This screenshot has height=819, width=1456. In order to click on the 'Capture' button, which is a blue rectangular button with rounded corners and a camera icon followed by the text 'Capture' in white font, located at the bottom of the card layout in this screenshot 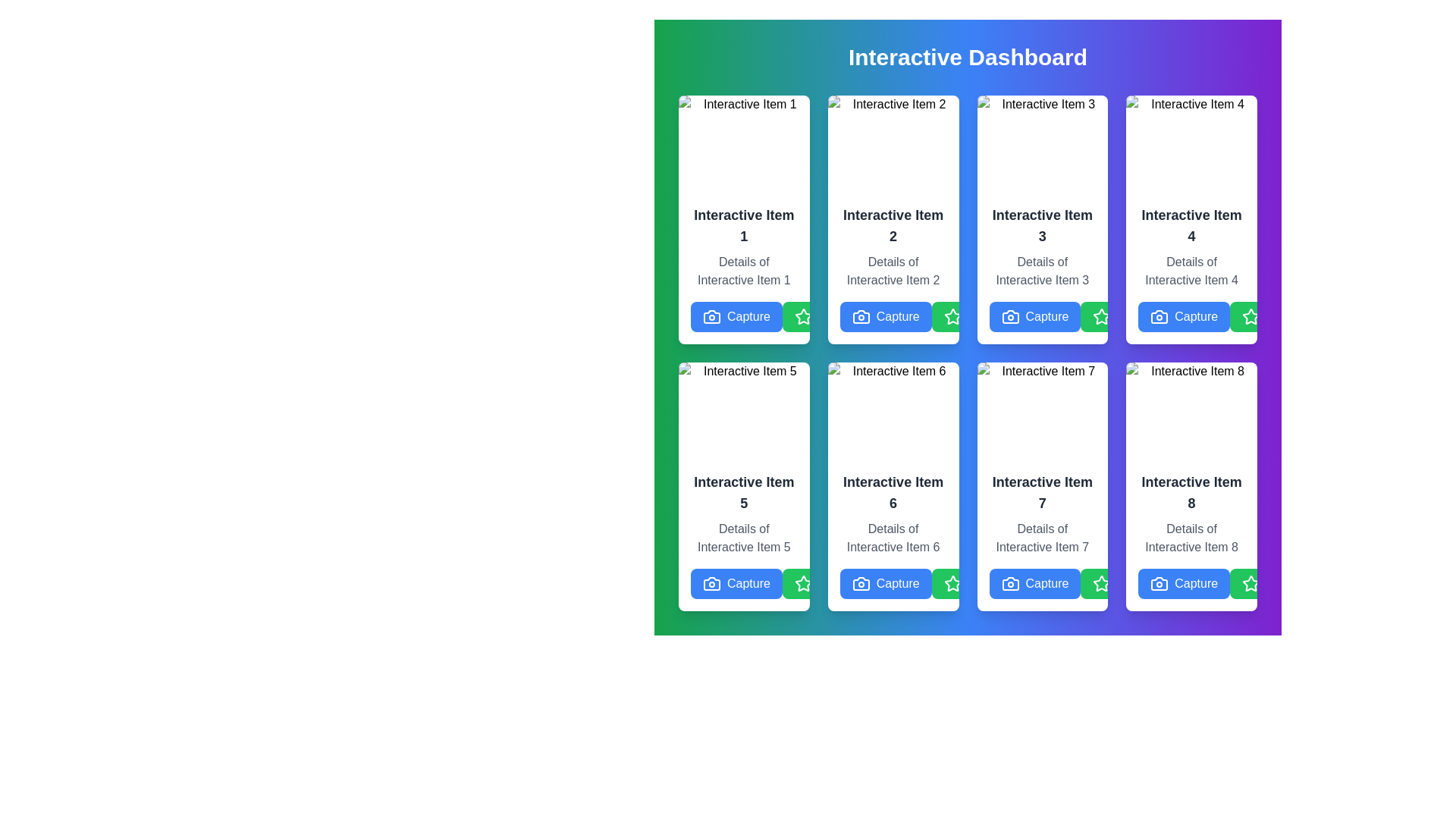, I will do `click(886, 583)`.